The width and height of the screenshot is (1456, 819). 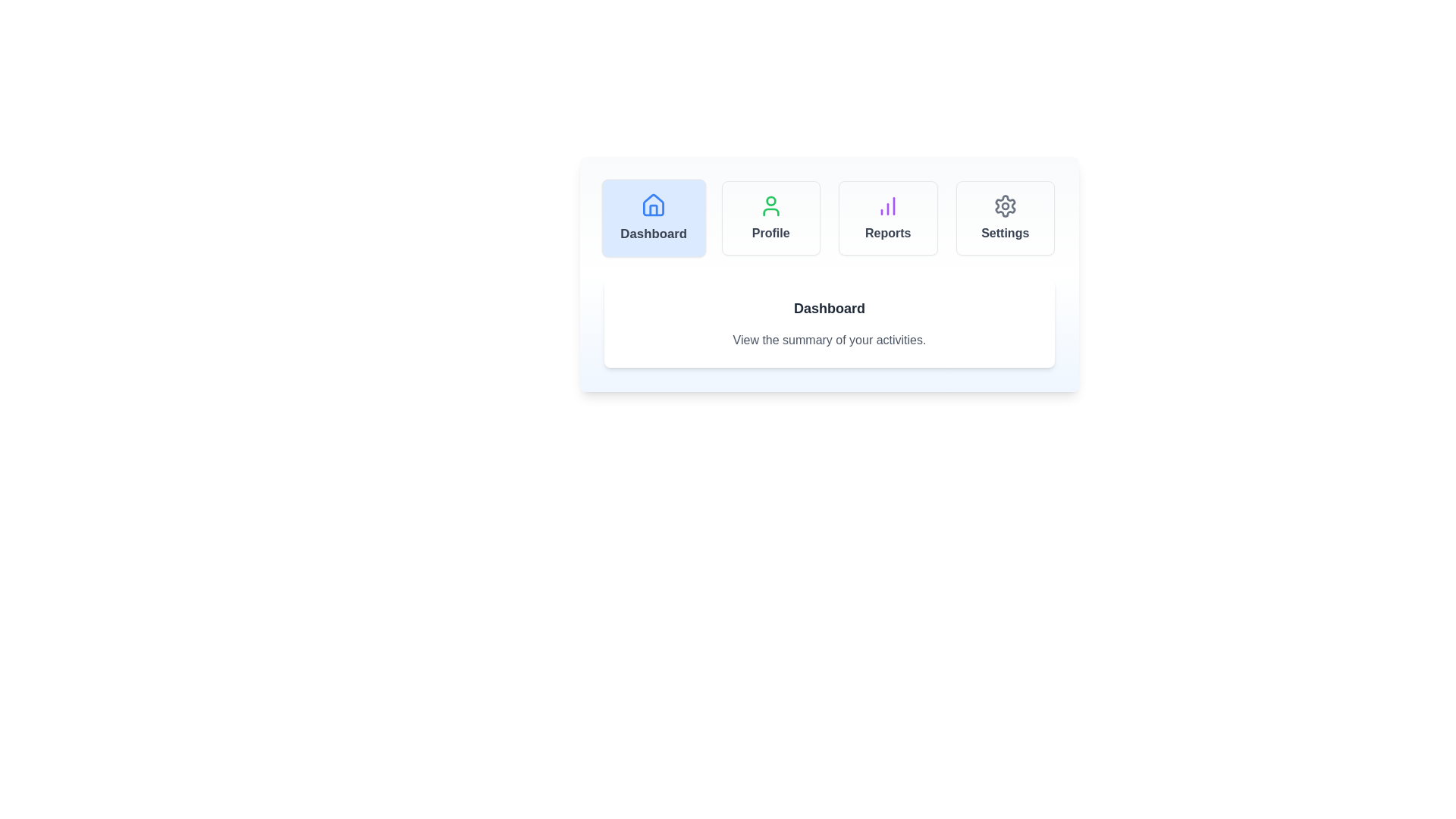 I want to click on the tab labeled 'Dashboard' to observe its hover effect, so click(x=654, y=218).